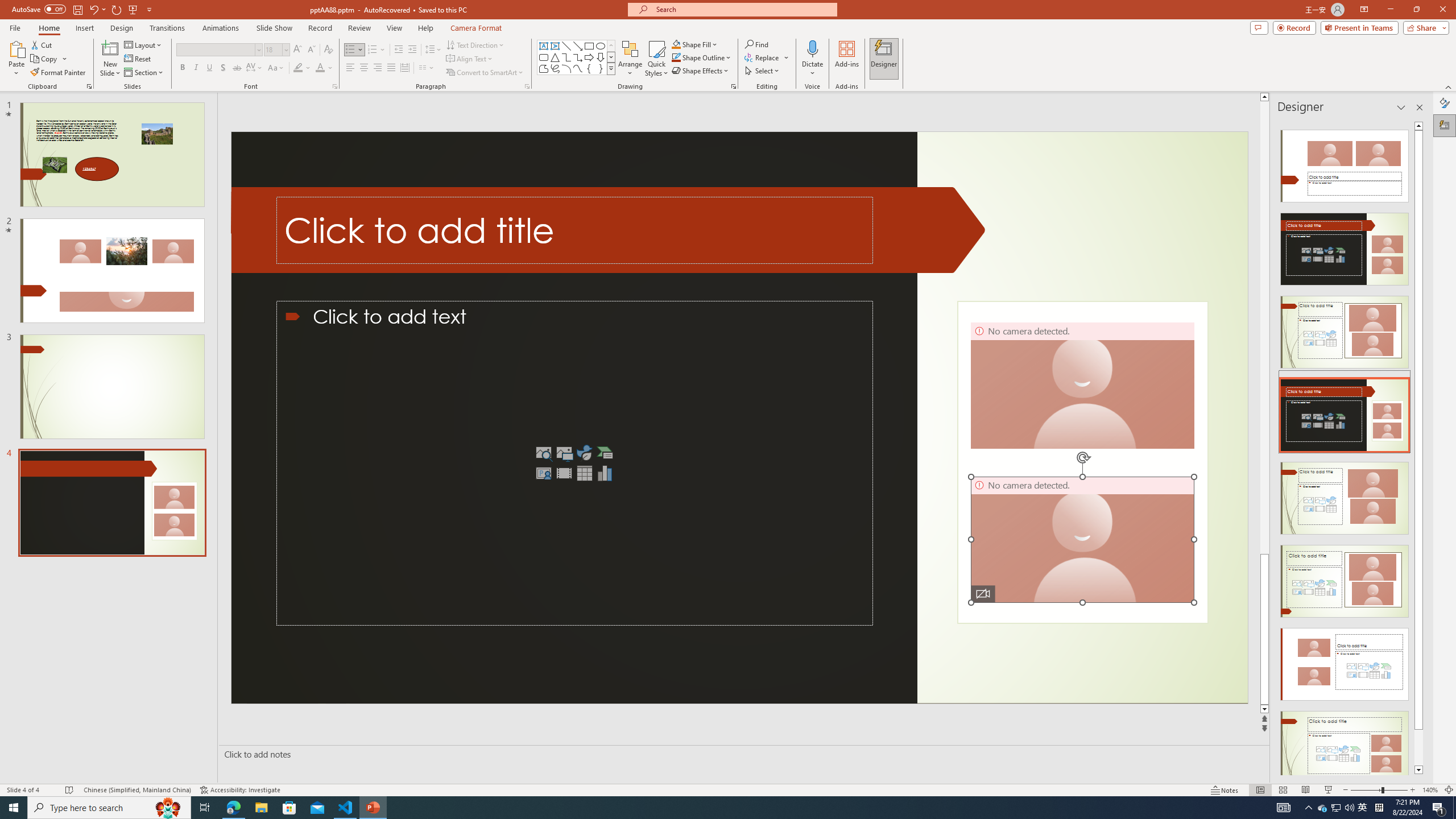 The image size is (1456, 819). I want to click on 'Dictate', so click(812, 59).